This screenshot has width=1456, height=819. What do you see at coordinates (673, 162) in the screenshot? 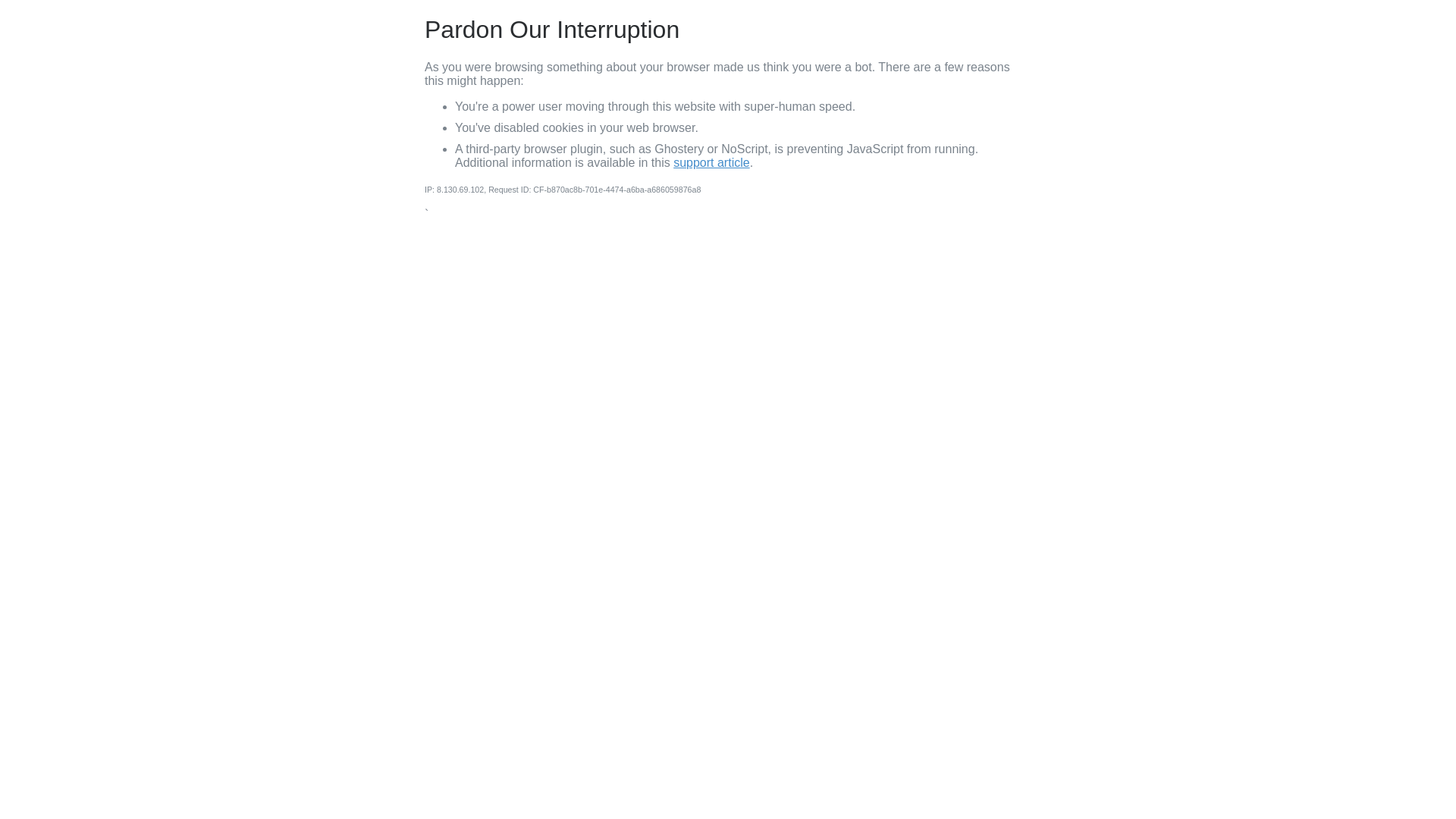
I see `'support article'` at bounding box center [673, 162].